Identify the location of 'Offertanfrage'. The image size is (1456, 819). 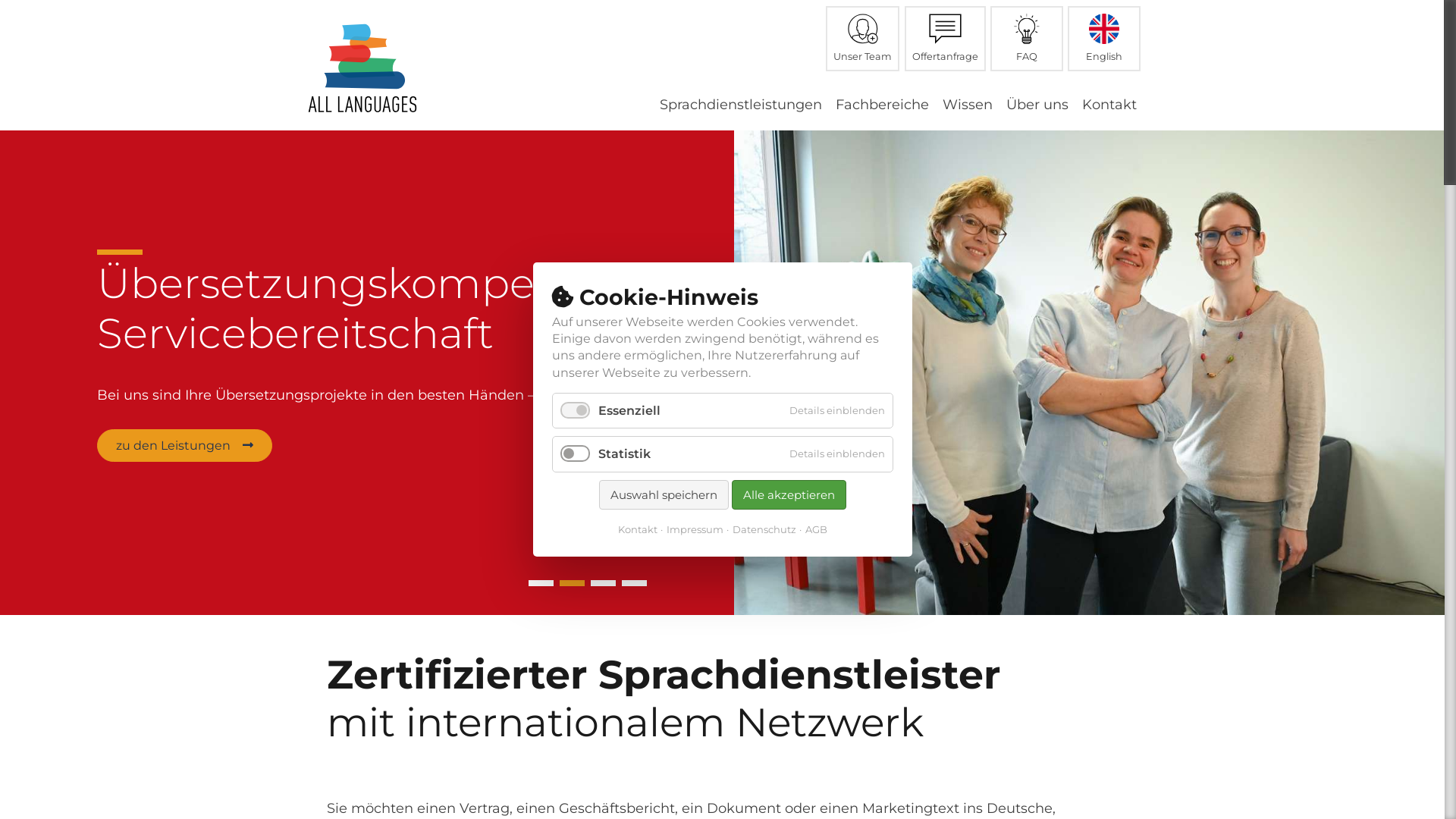
(906, 37).